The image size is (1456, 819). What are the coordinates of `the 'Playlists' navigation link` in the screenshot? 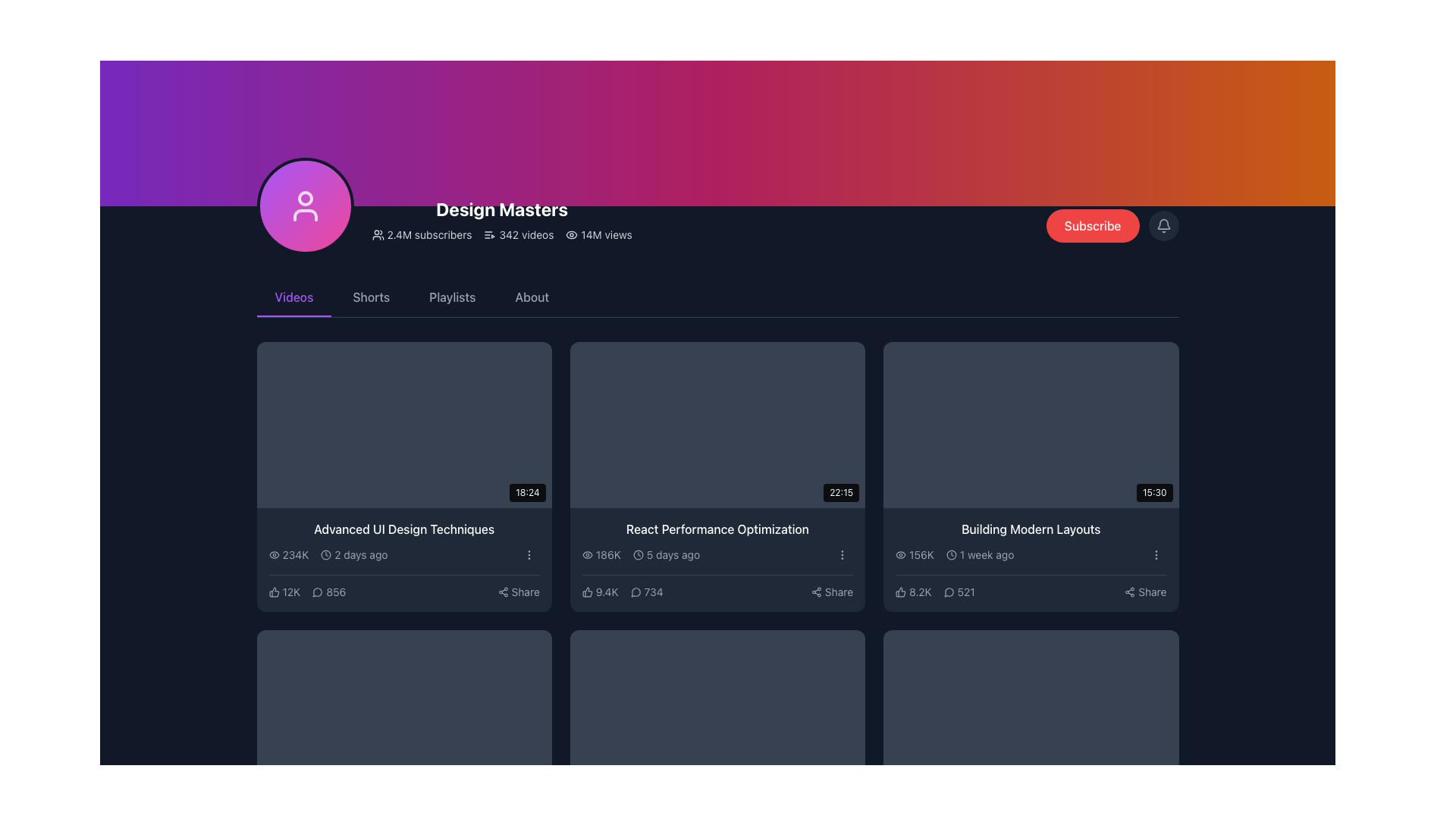 It's located at (451, 298).